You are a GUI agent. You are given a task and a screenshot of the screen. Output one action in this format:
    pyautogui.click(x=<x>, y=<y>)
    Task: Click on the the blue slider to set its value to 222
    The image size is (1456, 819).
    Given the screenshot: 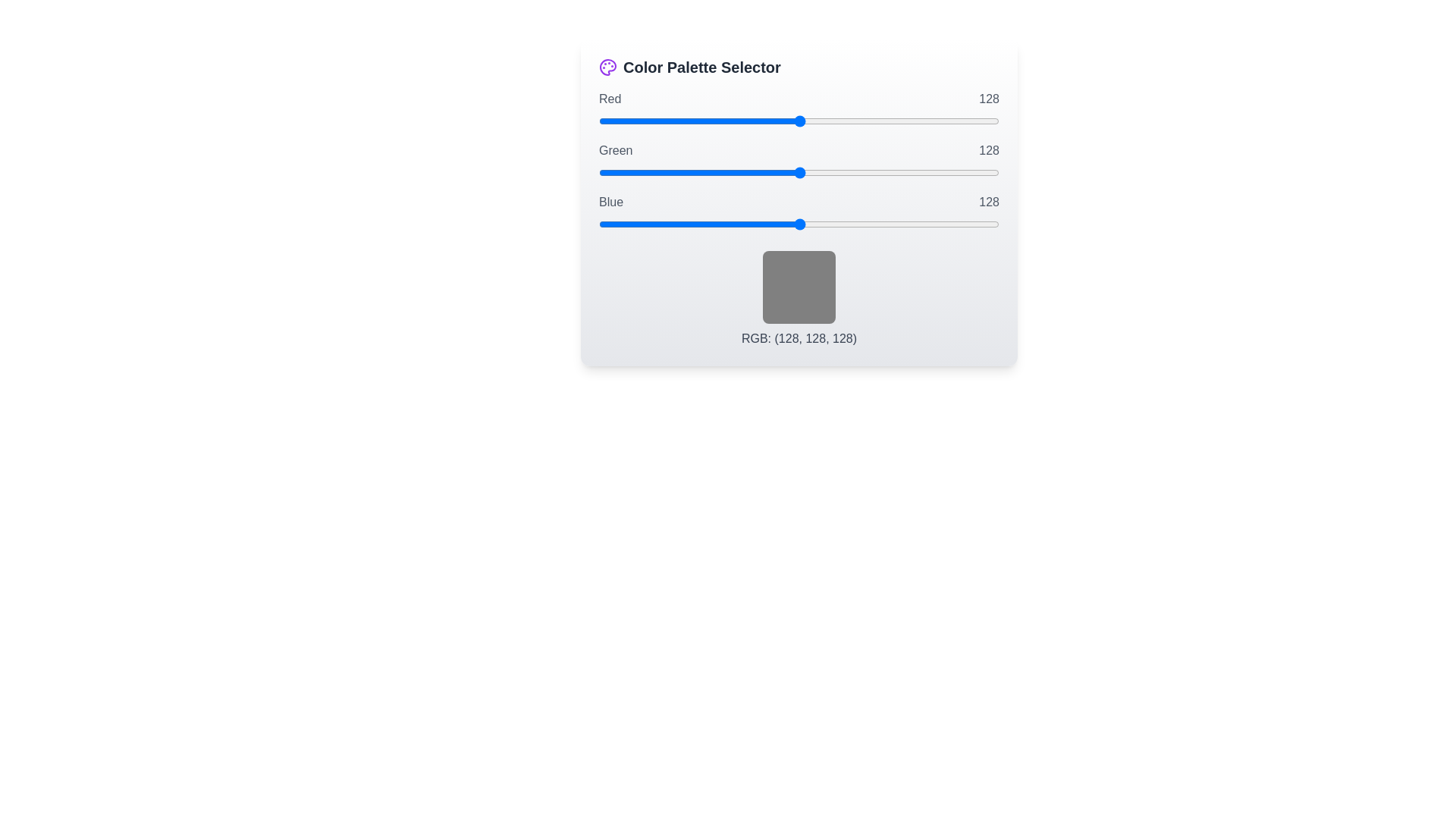 What is the action you would take?
    pyautogui.click(x=946, y=224)
    